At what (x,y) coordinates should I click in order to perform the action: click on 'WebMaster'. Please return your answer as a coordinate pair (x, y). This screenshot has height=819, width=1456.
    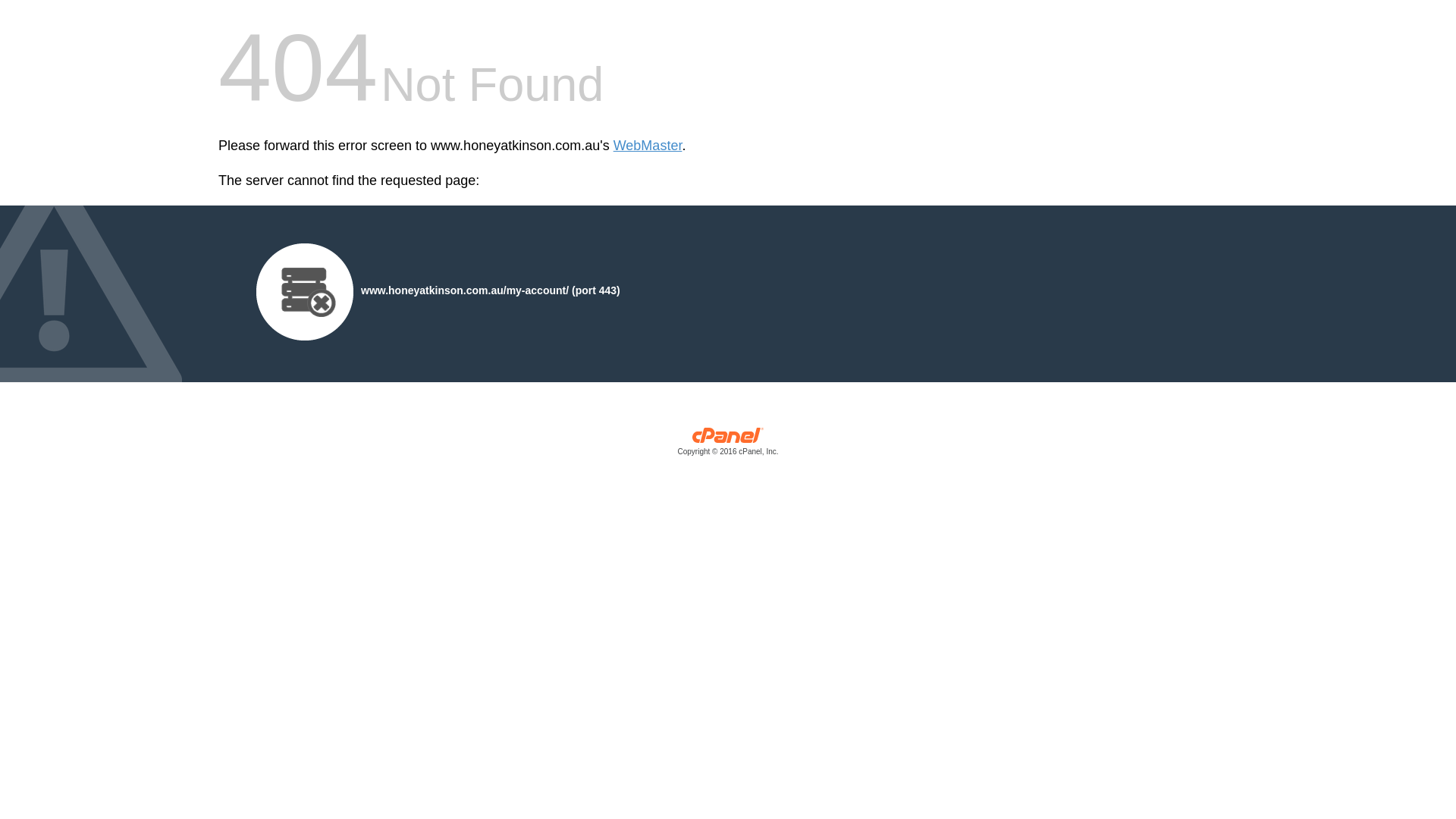
    Looking at the image, I should click on (648, 146).